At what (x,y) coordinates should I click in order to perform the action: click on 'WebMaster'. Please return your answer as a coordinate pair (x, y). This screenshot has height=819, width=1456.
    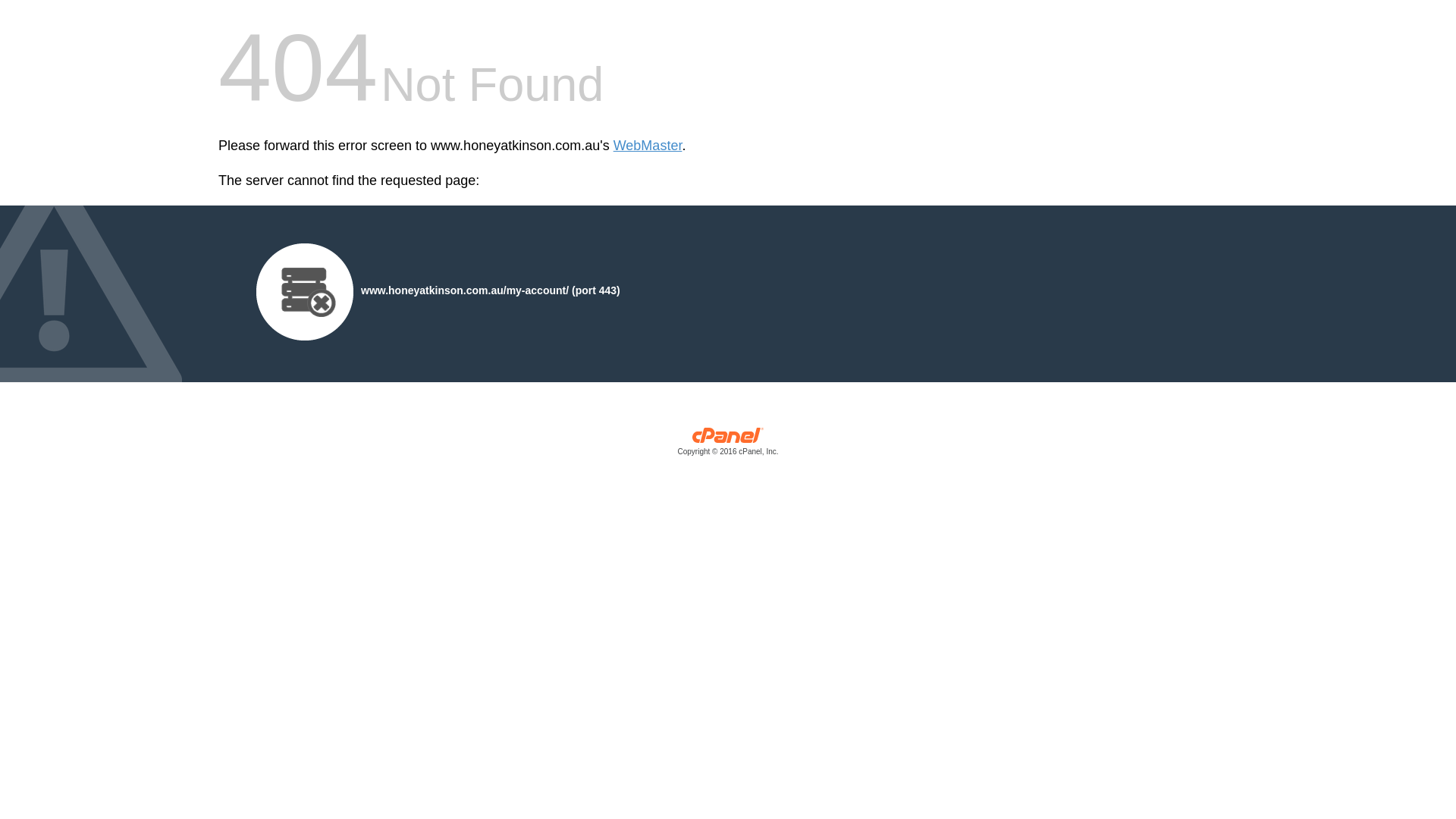
    Looking at the image, I should click on (648, 146).